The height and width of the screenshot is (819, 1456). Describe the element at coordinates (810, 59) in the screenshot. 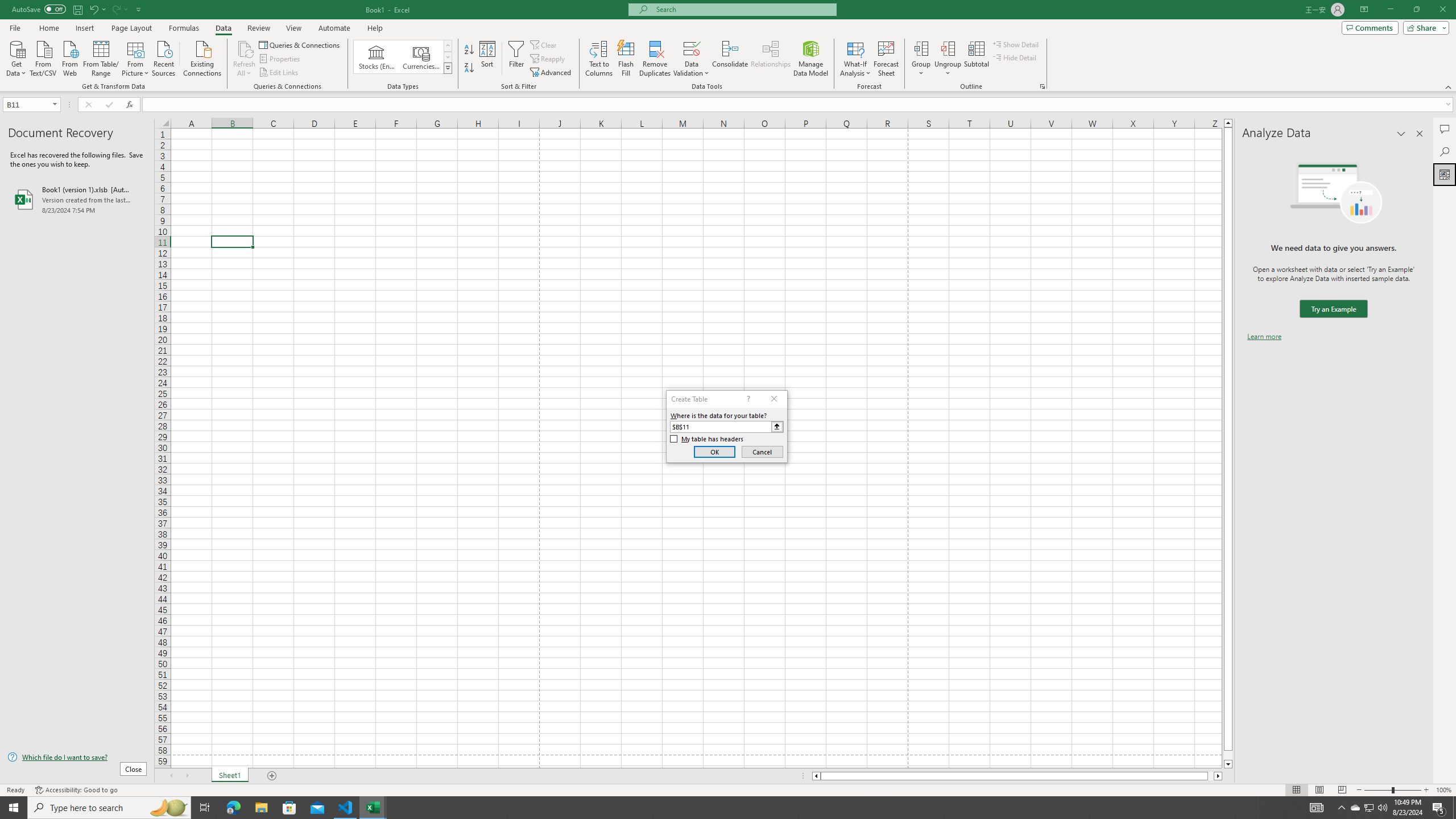

I see `'Manage Data Model'` at that location.